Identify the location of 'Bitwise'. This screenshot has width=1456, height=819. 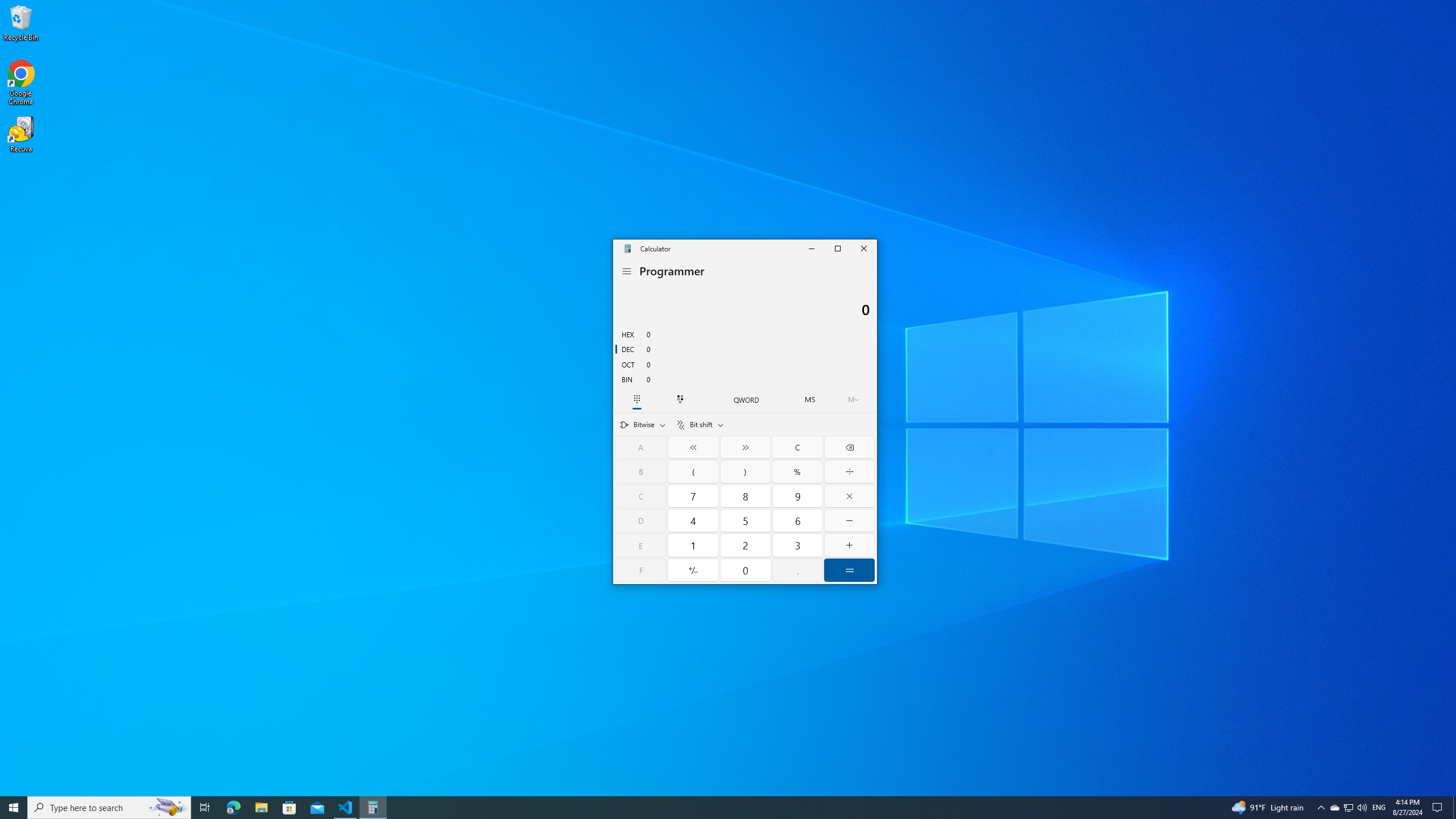
(642, 423).